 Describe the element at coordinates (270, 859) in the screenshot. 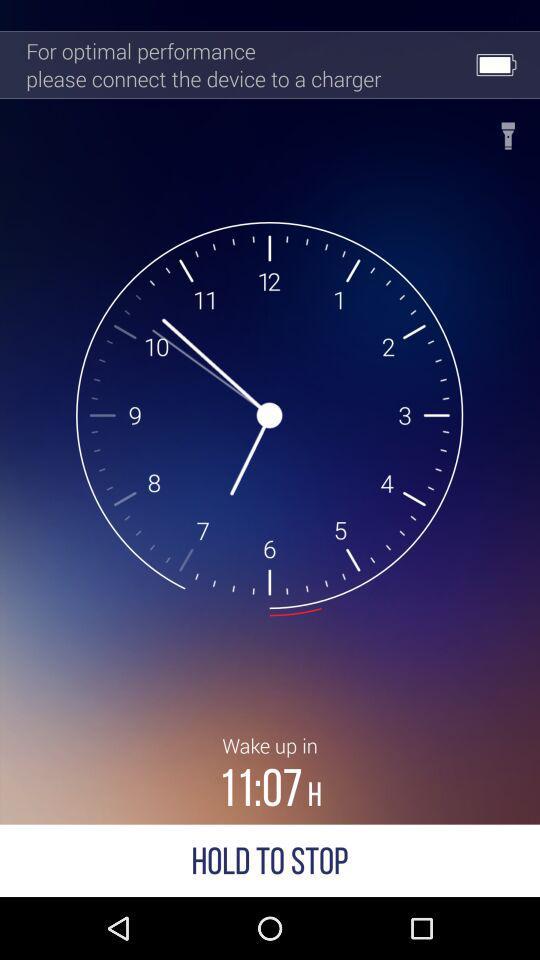

I see `item below the 11:07 h icon` at that location.